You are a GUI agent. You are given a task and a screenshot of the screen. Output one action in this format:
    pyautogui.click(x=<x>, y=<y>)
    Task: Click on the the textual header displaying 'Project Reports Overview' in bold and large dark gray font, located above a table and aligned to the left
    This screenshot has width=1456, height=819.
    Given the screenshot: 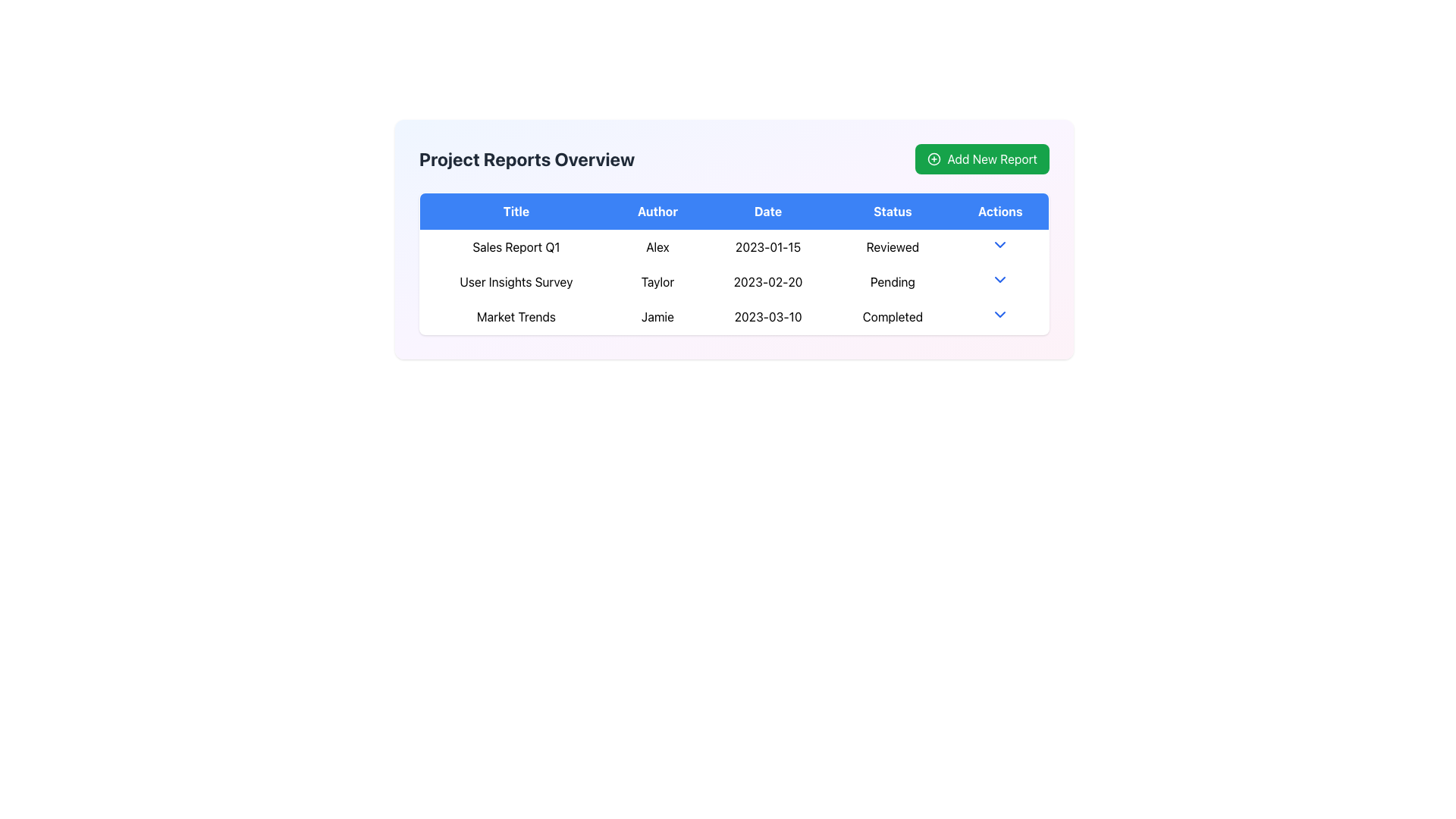 What is the action you would take?
    pyautogui.click(x=527, y=158)
    